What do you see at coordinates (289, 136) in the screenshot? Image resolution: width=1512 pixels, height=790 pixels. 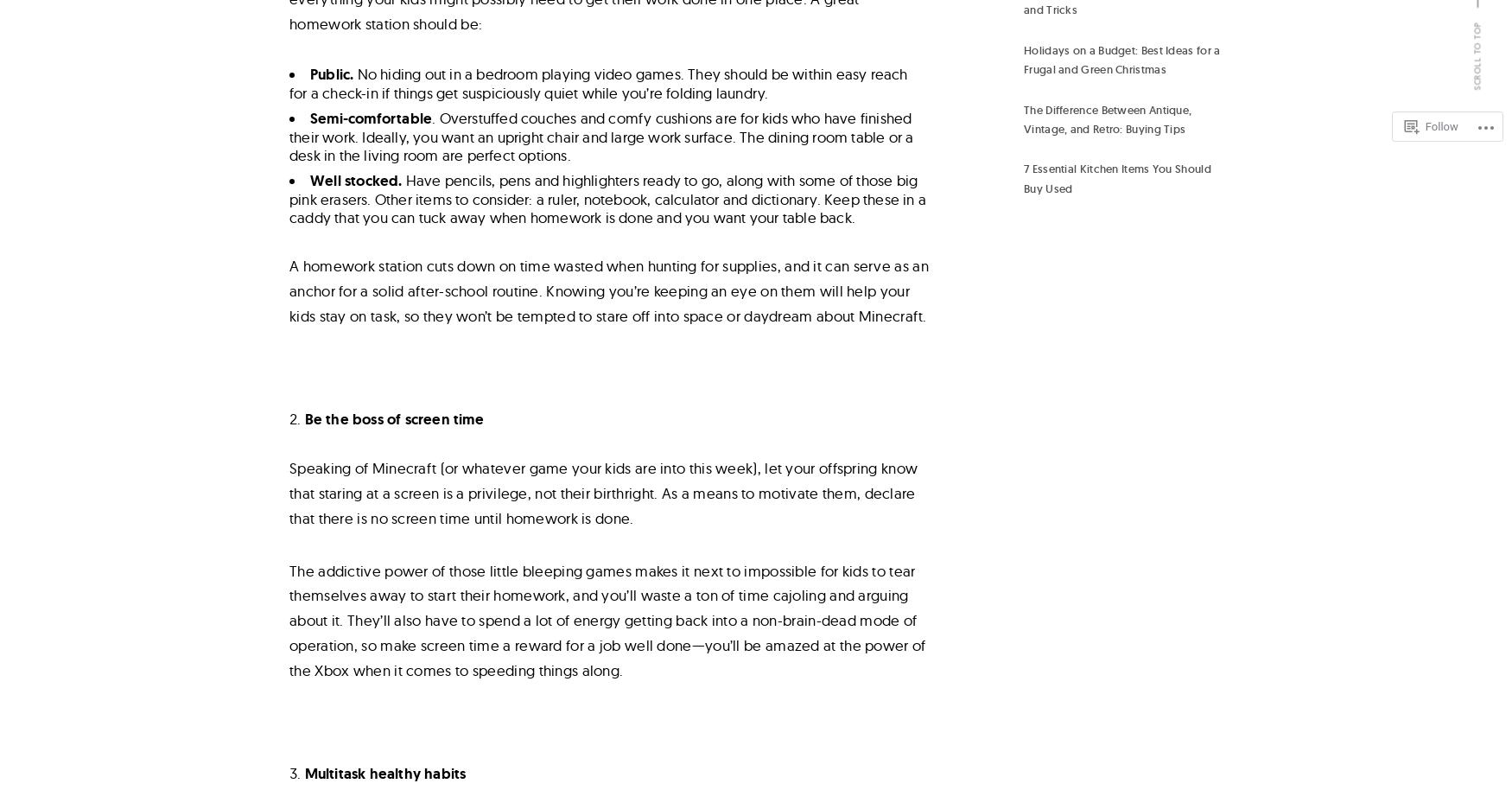 I see `'. Overstuffed couches and comfy cushions are for kids who have finished their work. Ideally, you want an upright chair and large work surface. The dining room table or a desk in the living room are perfect options.'` at bounding box center [289, 136].